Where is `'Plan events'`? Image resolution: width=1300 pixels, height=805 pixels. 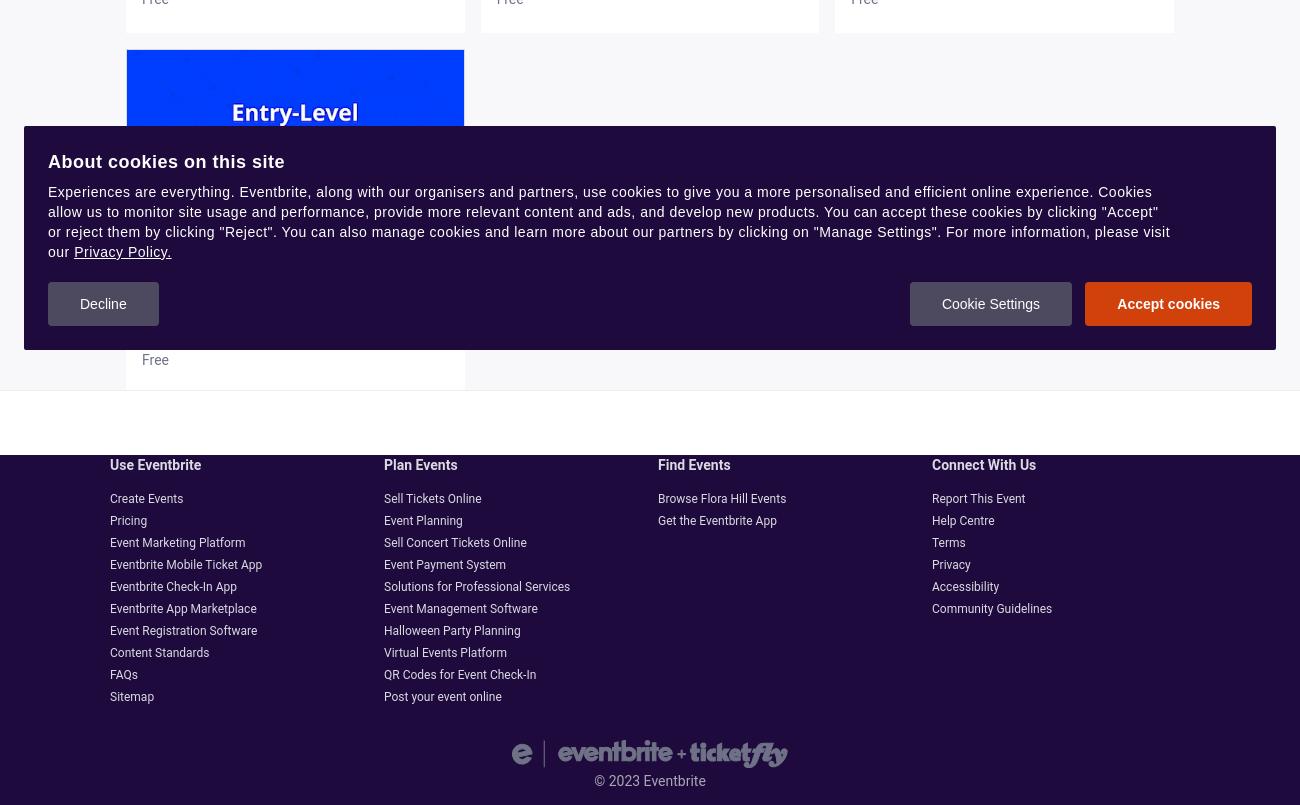
'Plan events' is located at coordinates (420, 464).